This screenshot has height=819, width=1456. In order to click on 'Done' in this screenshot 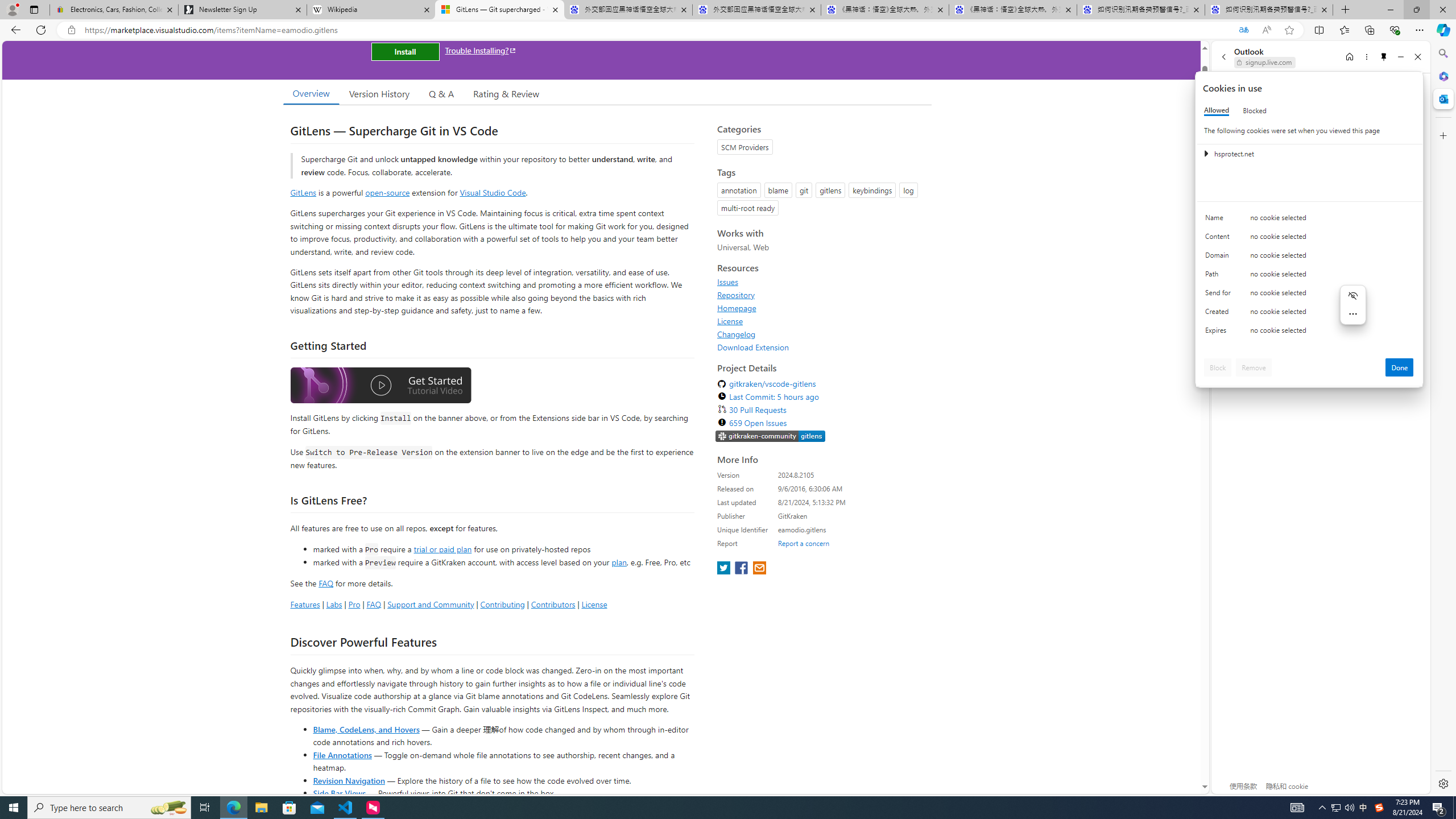, I will do `click(1400, 367)`.